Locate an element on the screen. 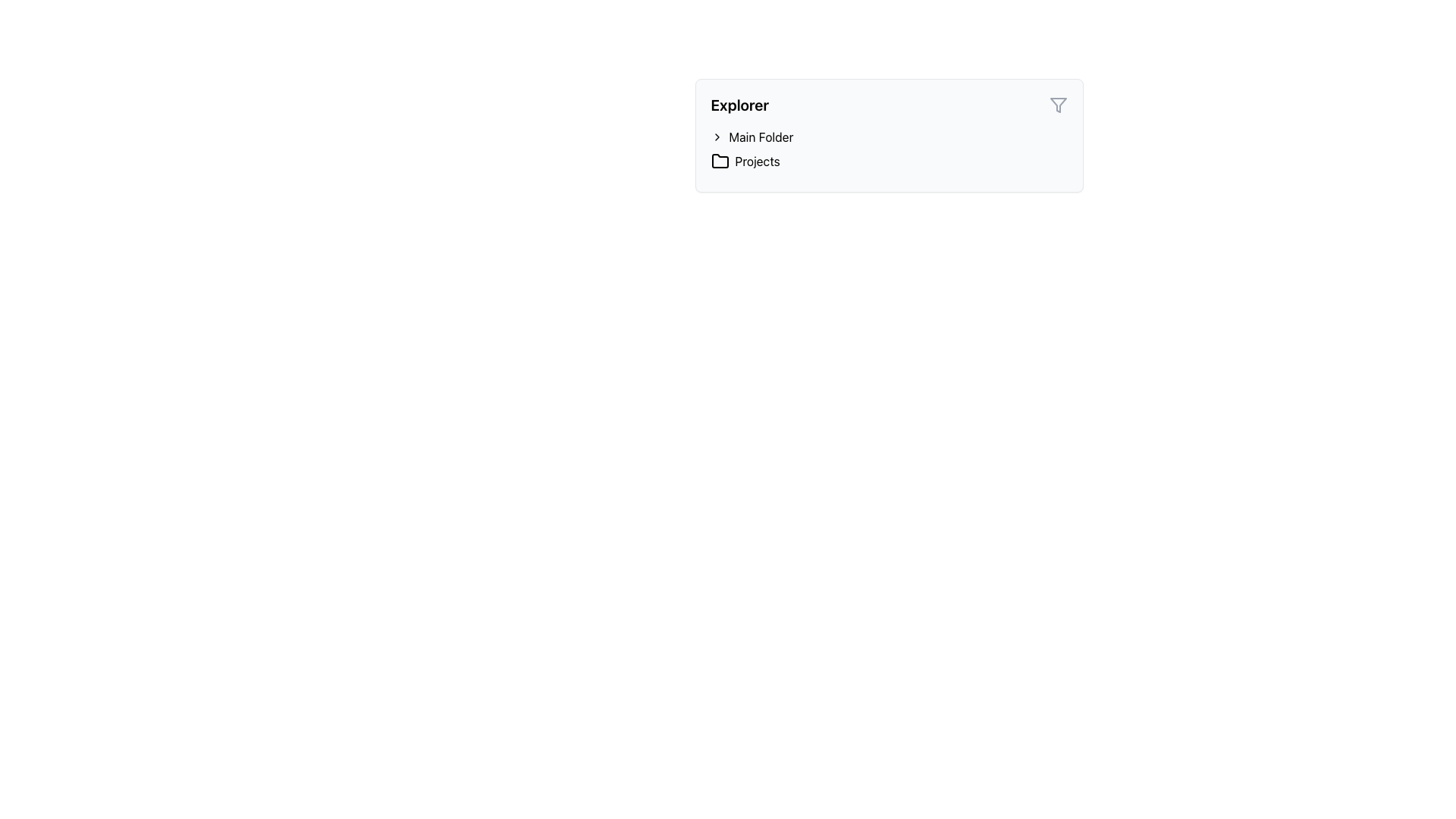 This screenshot has height=819, width=1456. the Expand/Collapse Icon located to the left of the 'Main Folder' text in the folder explorer panel is located at coordinates (716, 137).